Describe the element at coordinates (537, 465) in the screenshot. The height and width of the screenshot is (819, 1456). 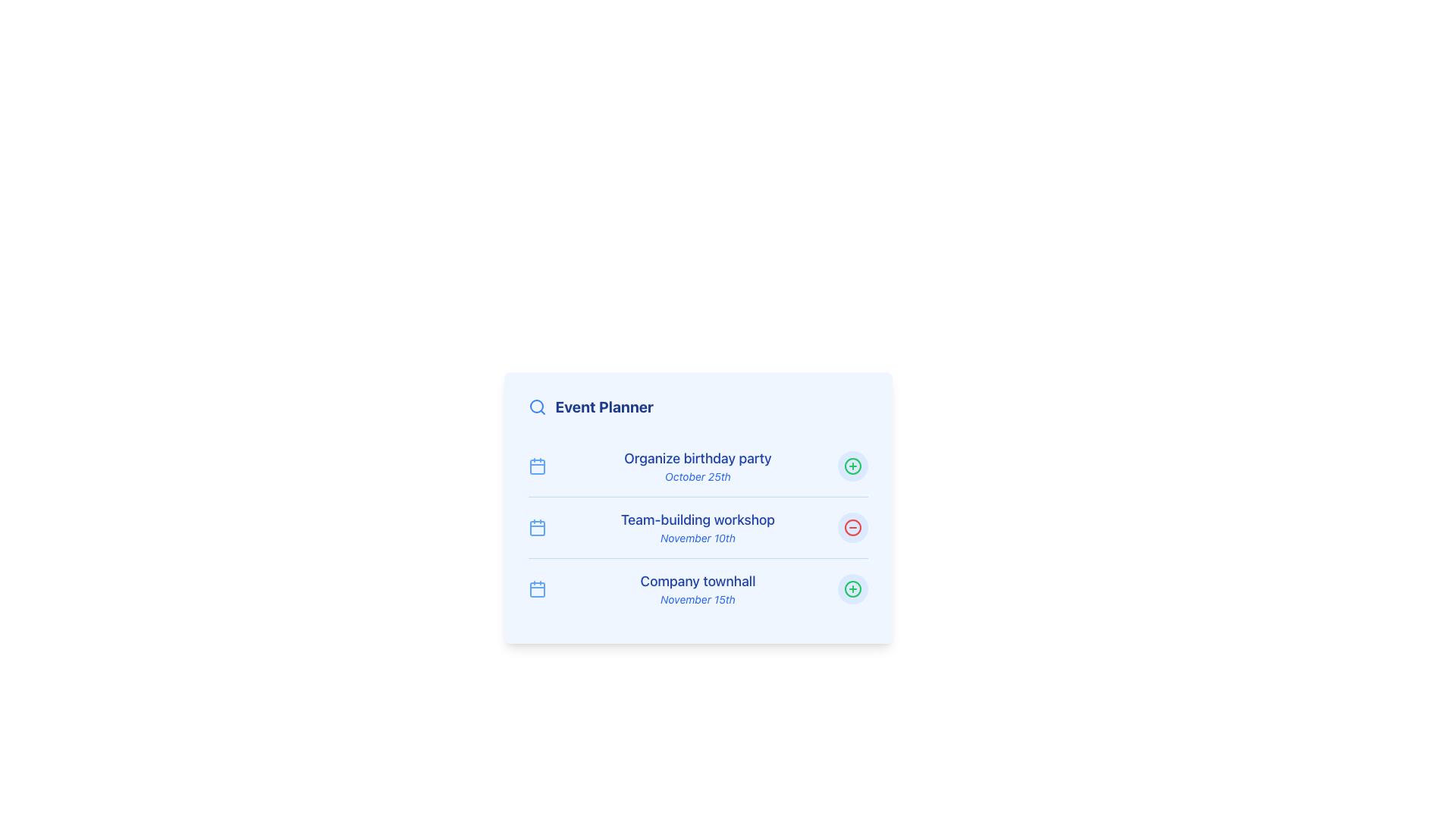
I see `the calendar icon located to the left of the 'Organize birthday party' item for the date 'October 25th' in the event planner interface` at that location.